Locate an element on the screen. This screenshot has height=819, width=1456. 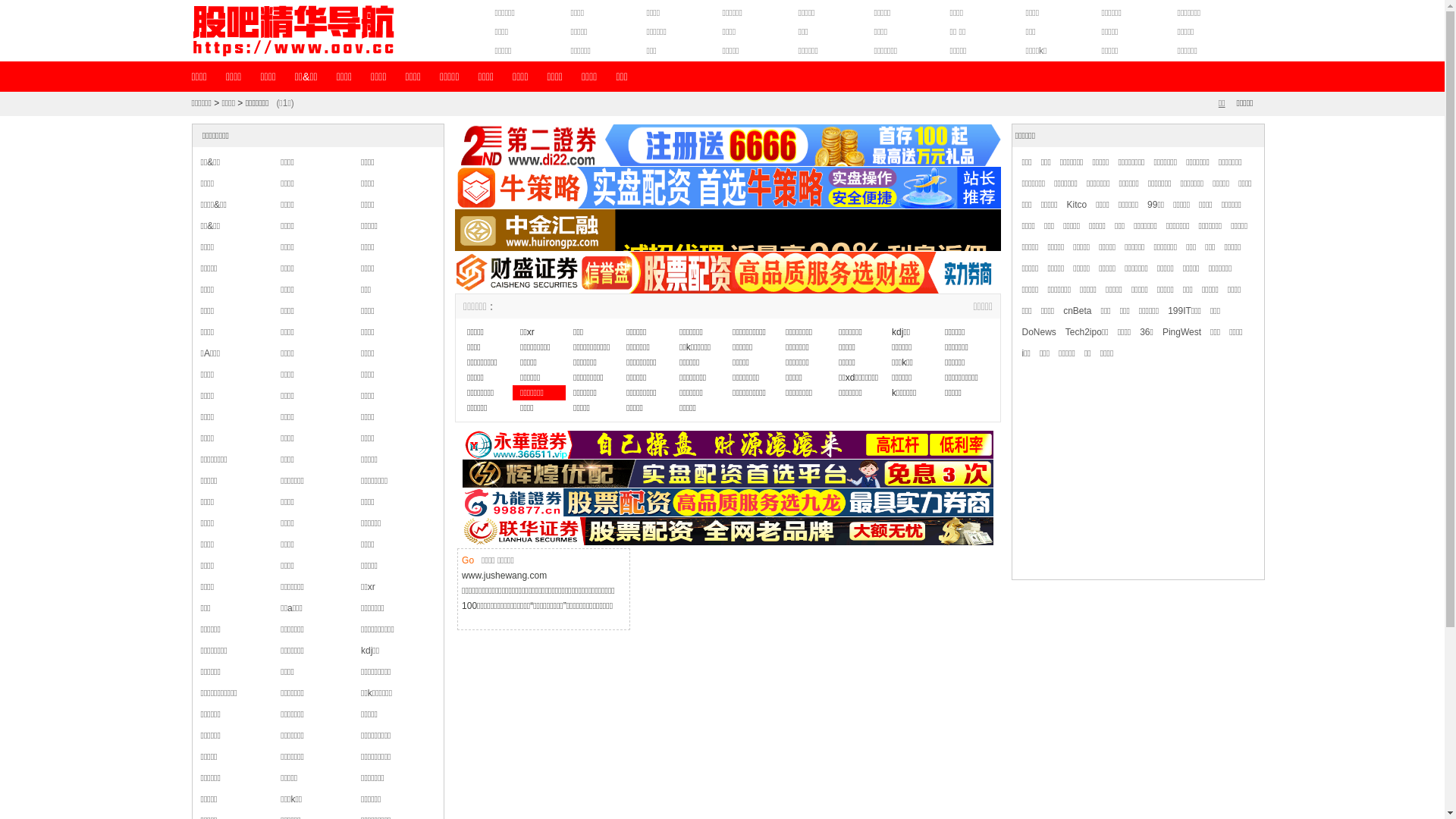
'cnBeta' is located at coordinates (1076, 309).